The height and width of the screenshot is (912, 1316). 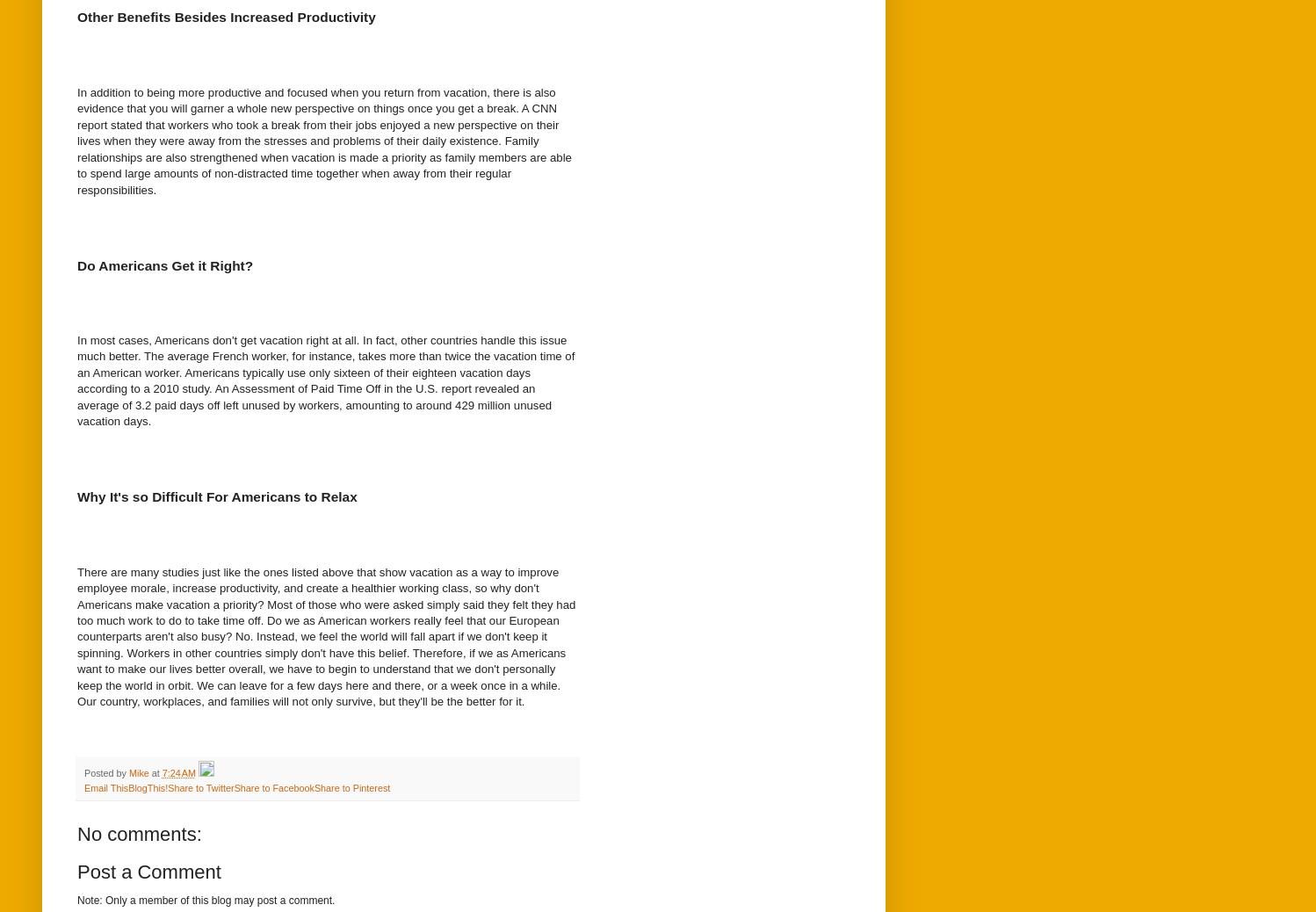 I want to click on 'In most cases, Americans don't get vacation right at all. In fact, other countries handle this issue much better. The average French worker, for instance, takes more than twice the vacation time of an American worker. Americans typically use only sixteen of their eighteen vacation days according to a 2010 study. An Assessment of Paid Time Off in the U.S. report revealed an average of 3.2 paid days off left unused by workers, amounting to around 429 million unused vacation days.', so click(x=76, y=380).